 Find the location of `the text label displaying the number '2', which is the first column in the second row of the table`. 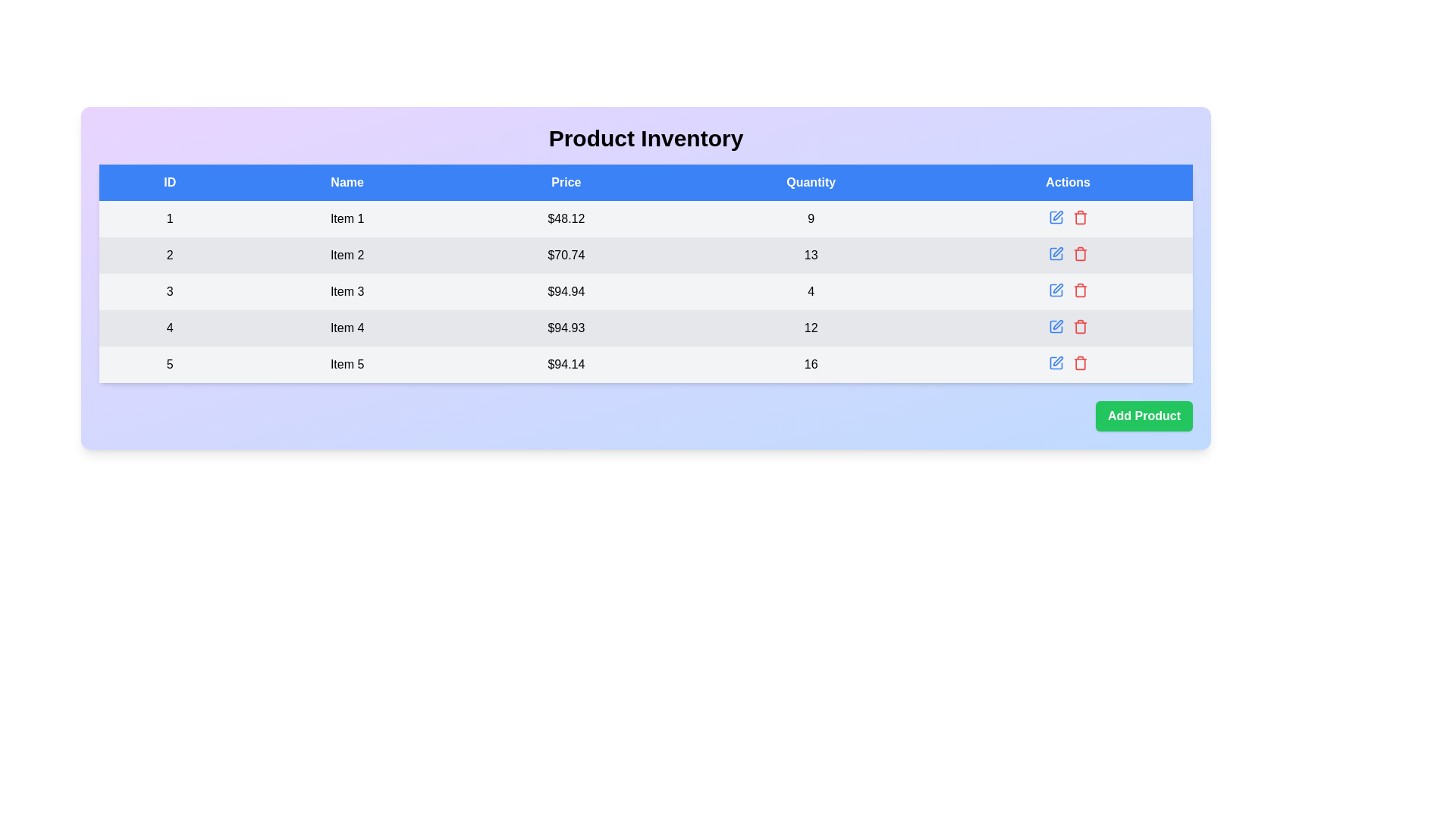

the text label displaying the number '2', which is the first column in the second row of the table is located at coordinates (170, 254).